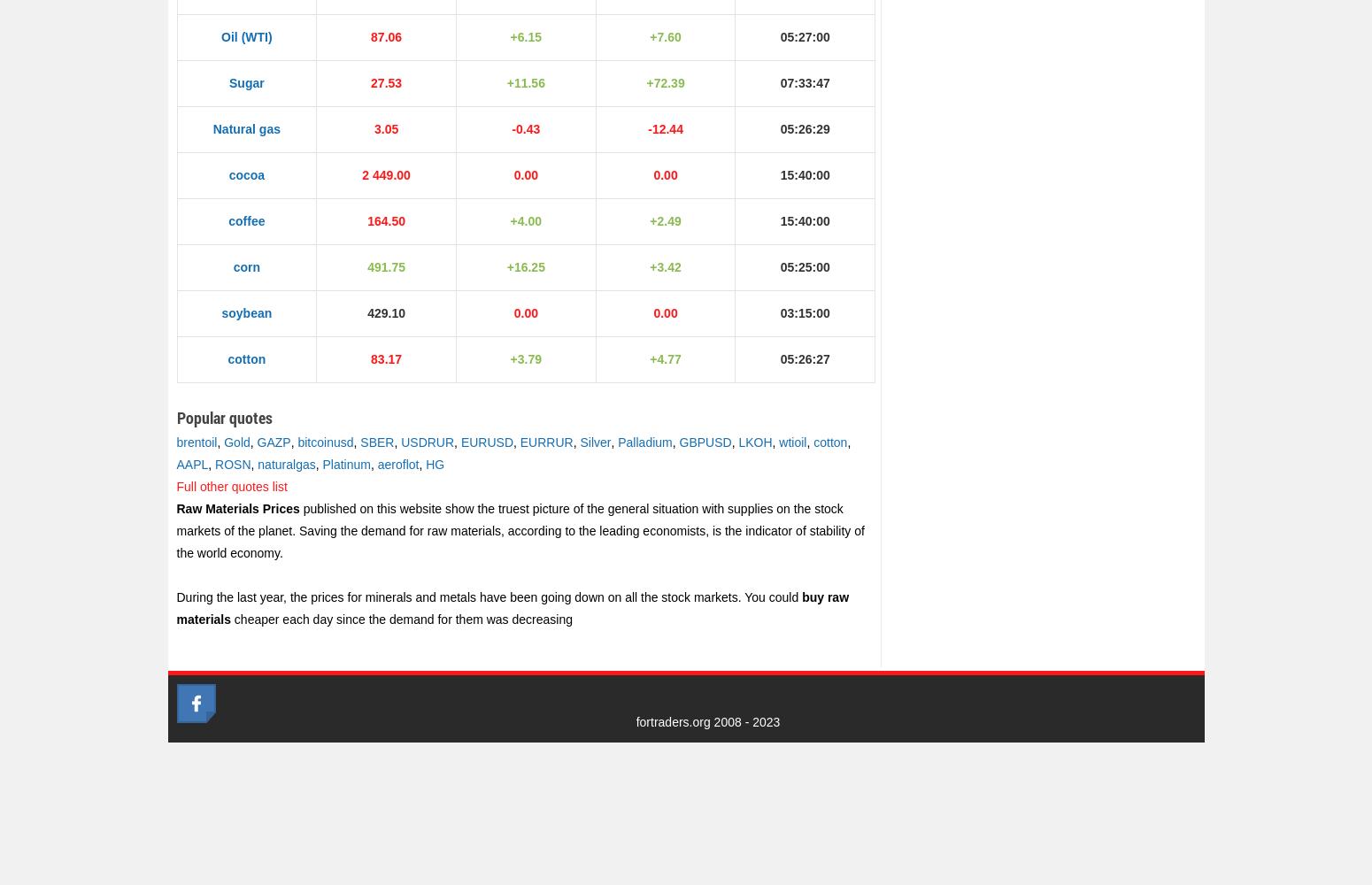  Describe the element at coordinates (778, 442) in the screenshot. I see `'wtioil'` at that location.